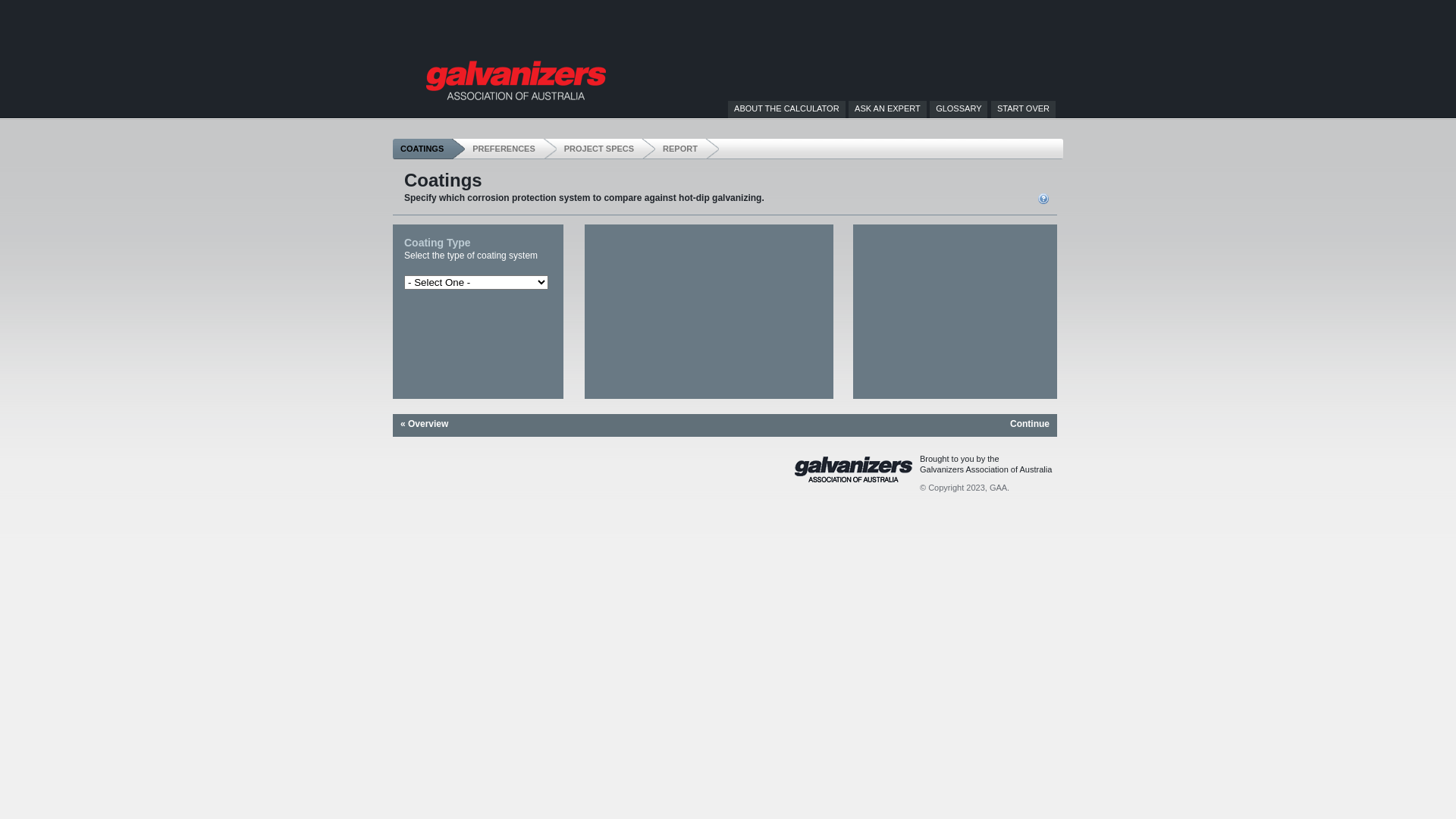 This screenshot has height=819, width=1456. Describe the element at coordinates (997, 107) in the screenshot. I see `'START OVER'` at that location.